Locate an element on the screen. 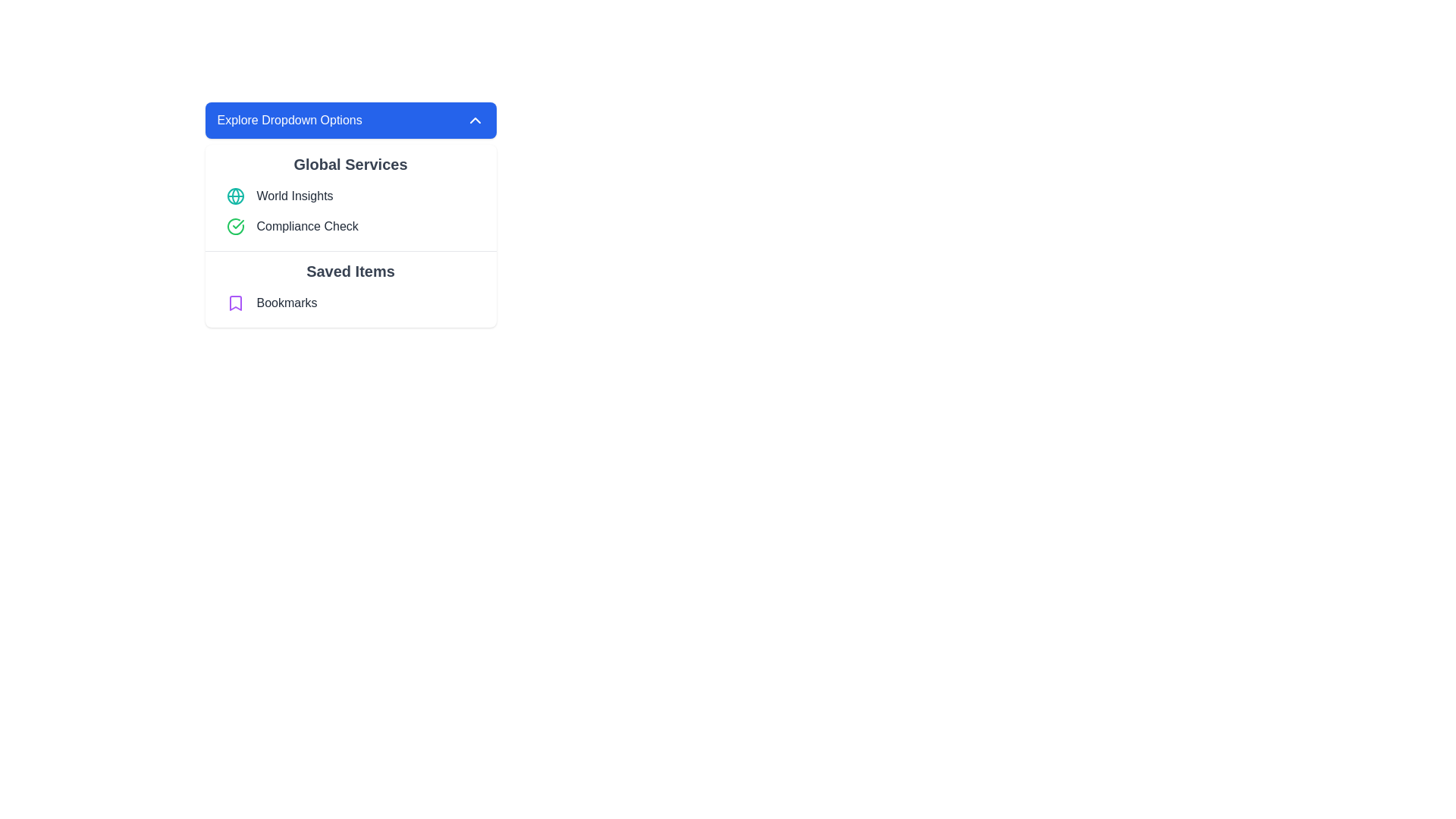 Image resolution: width=1456 pixels, height=819 pixels. the SVG circle element representing the 'World Insights' option within the 'Global Services' section of the 'Explore Dropdown Options' menu is located at coordinates (234, 195).